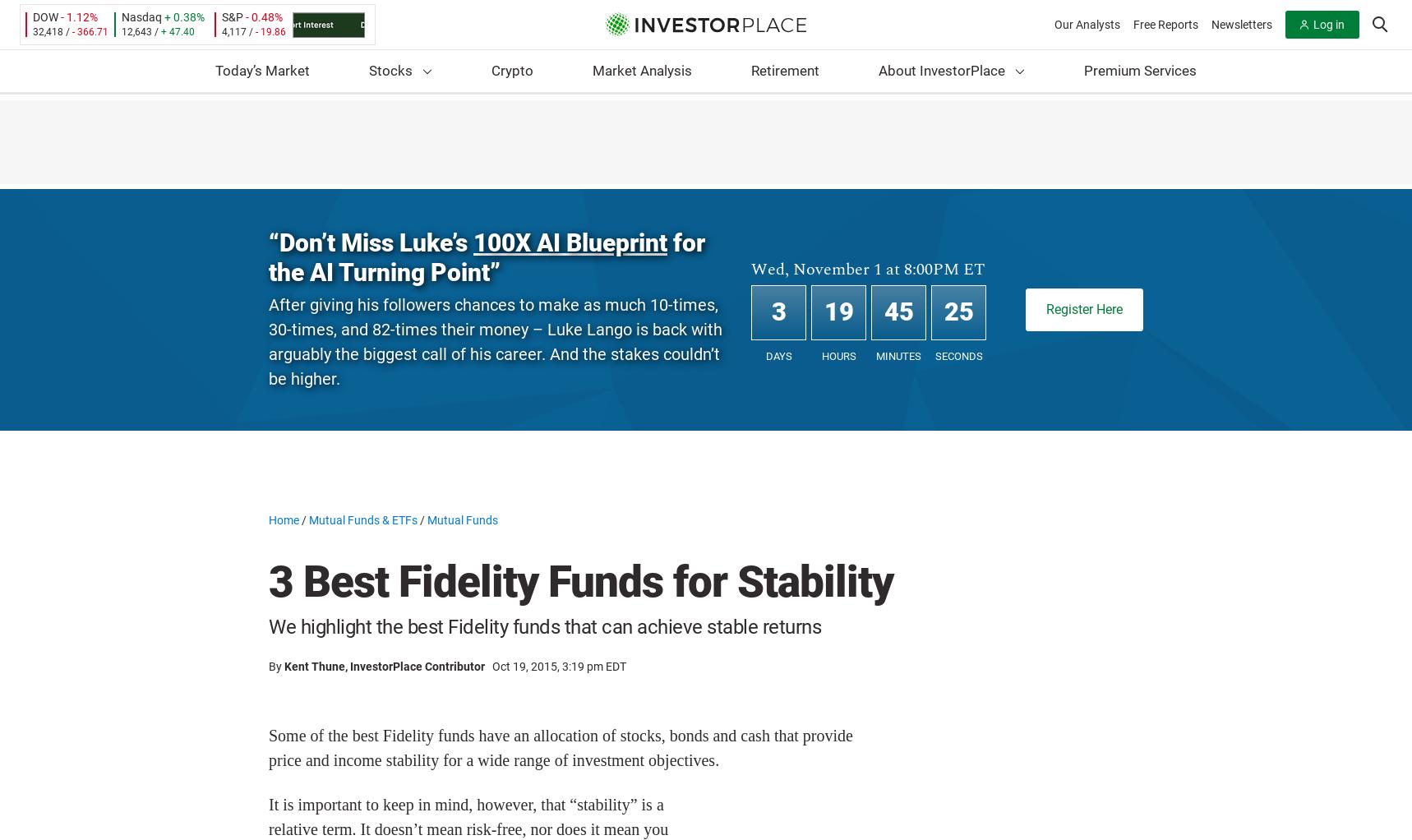 This screenshot has height=840, width=1412. What do you see at coordinates (1084, 308) in the screenshot?
I see `'Register Here'` at bounding box center [1084, 308].